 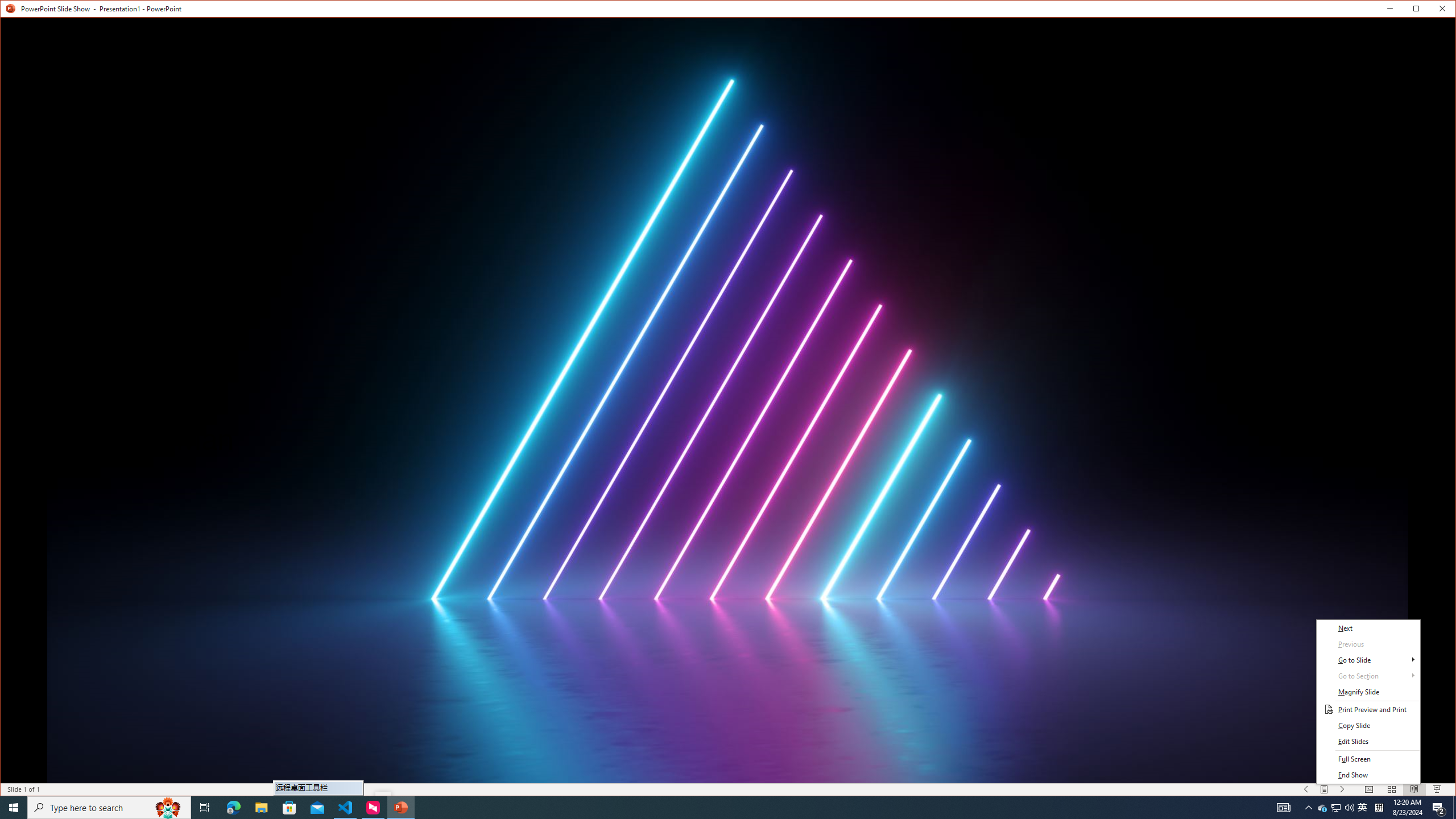 I want to click on 'Copy Slide', so click(x=1368, y=725).